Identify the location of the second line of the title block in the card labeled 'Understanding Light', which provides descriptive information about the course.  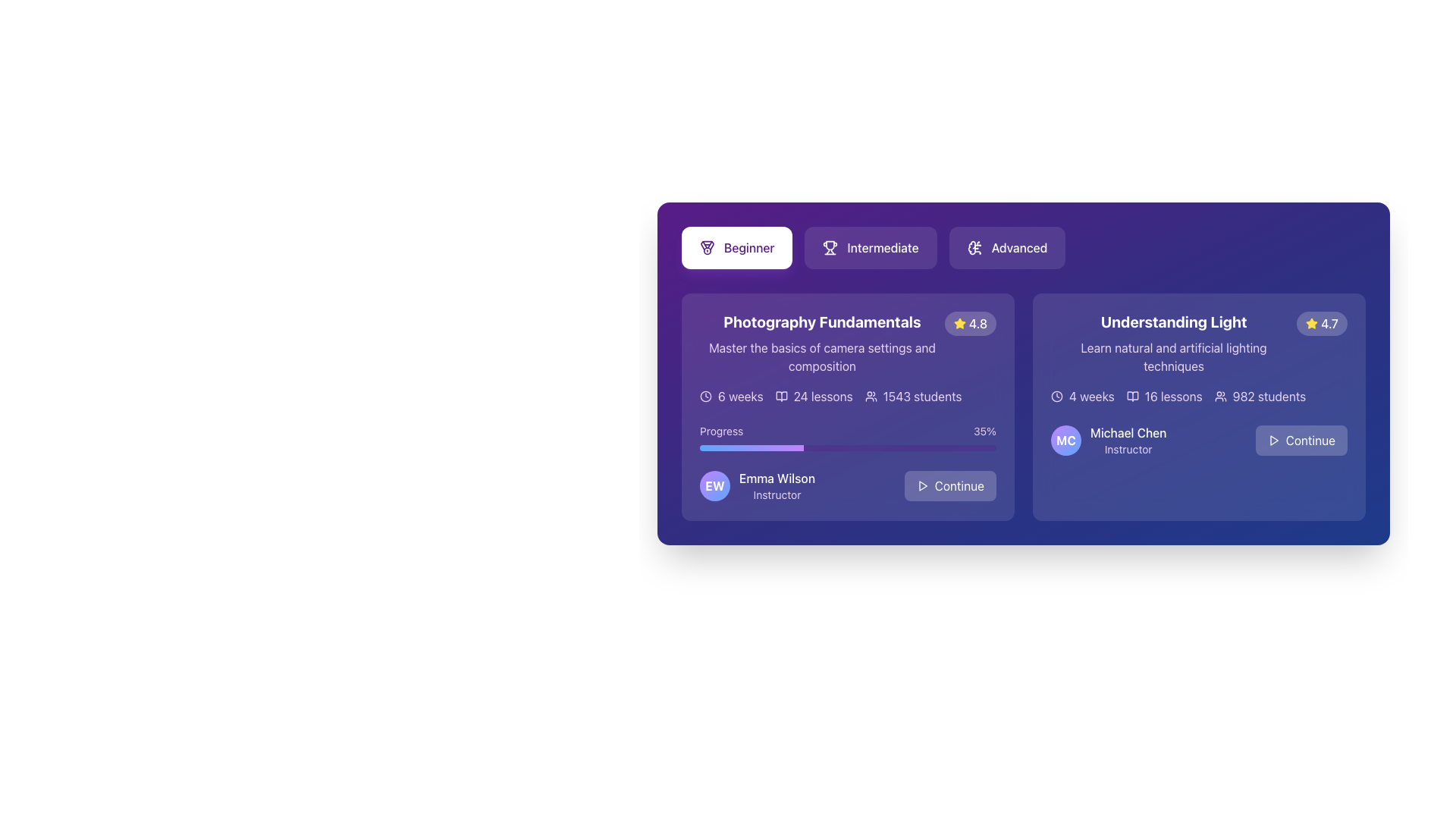
(1173, 356).